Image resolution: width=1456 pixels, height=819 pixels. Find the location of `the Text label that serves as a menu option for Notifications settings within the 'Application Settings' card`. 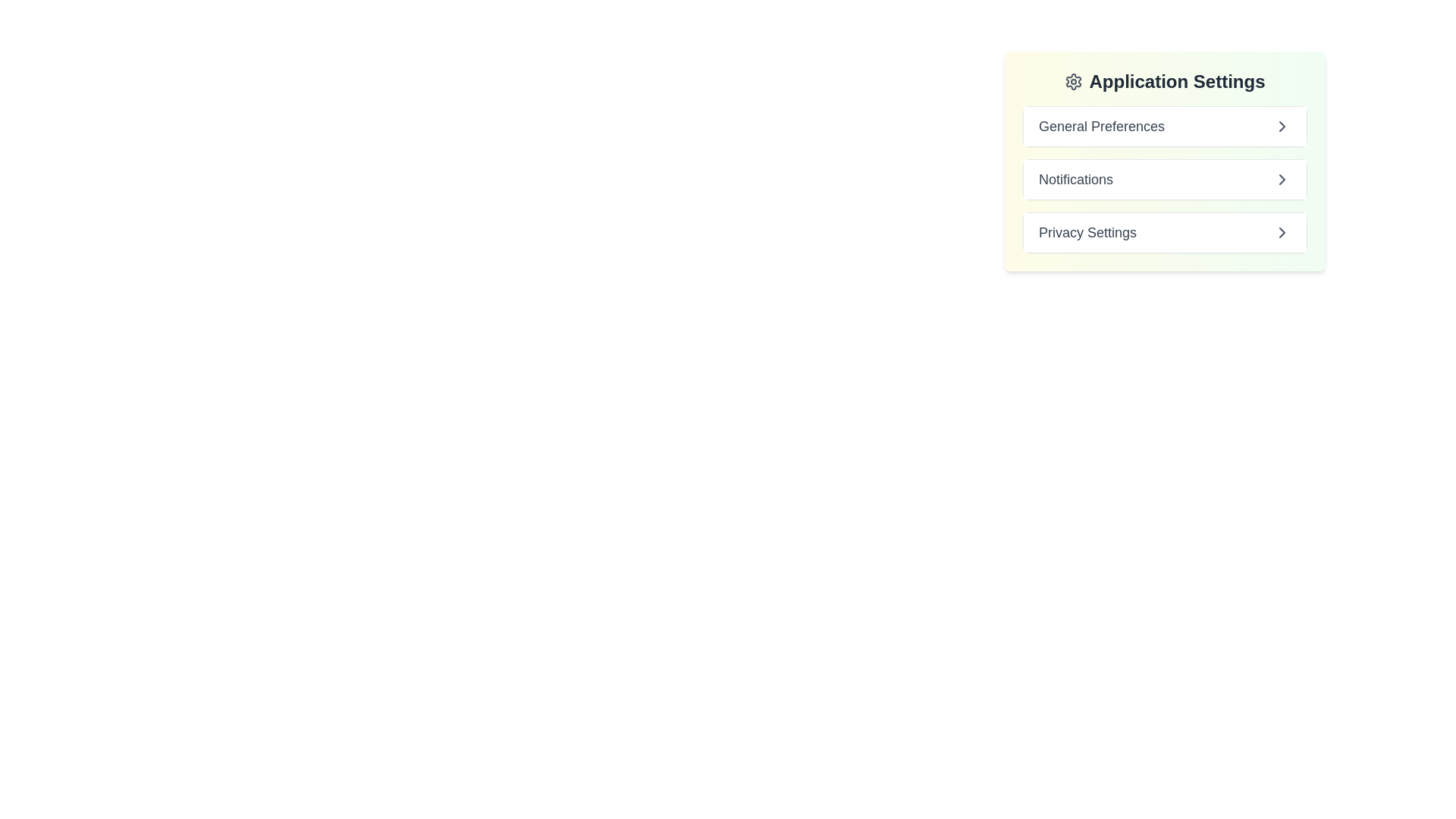

the Text label that serves as a menu option for Notifications settings within the 'Application Settings' card is located at coordinates (1075, 178).